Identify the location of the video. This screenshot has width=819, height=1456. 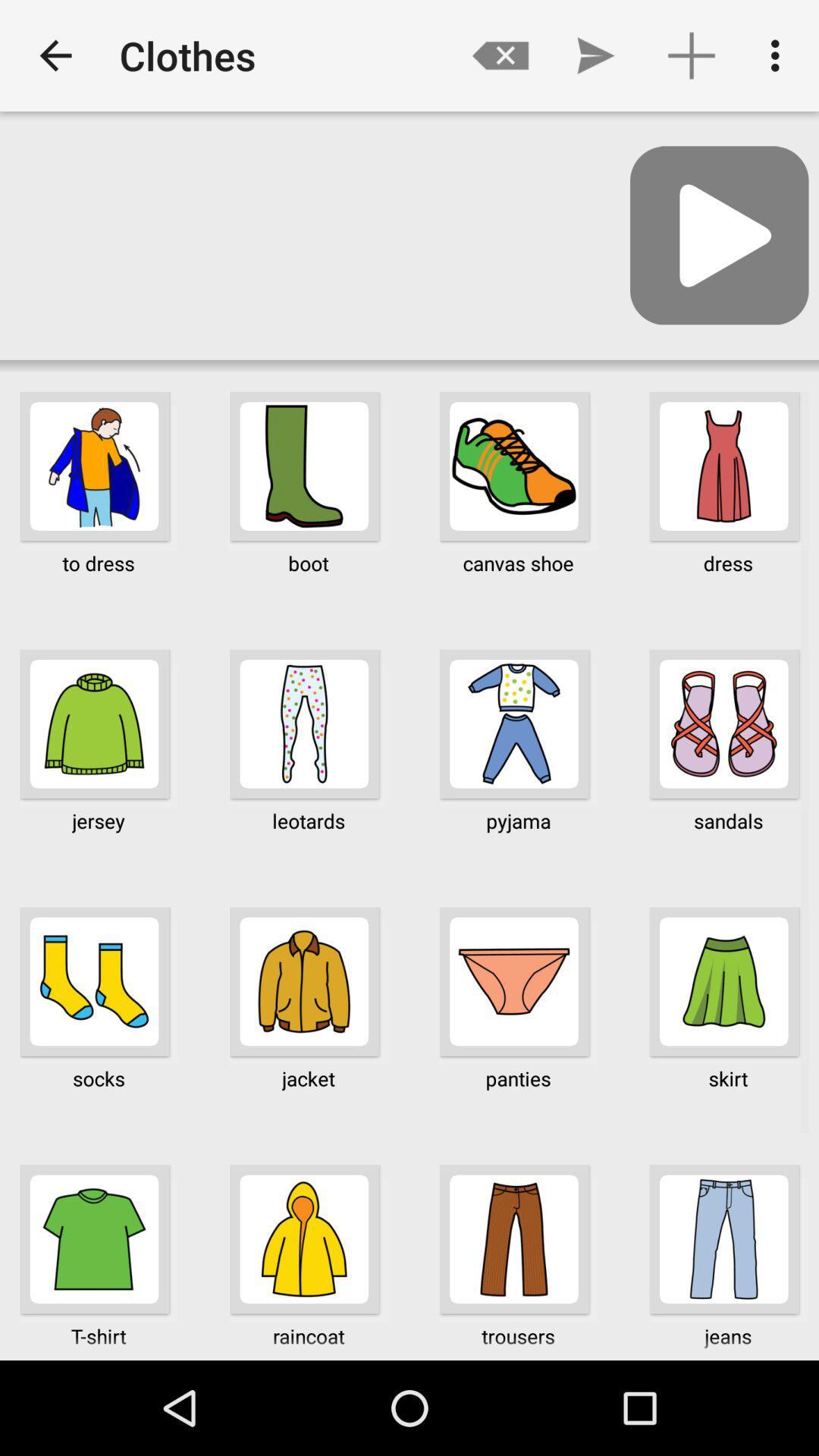
(718, 234).